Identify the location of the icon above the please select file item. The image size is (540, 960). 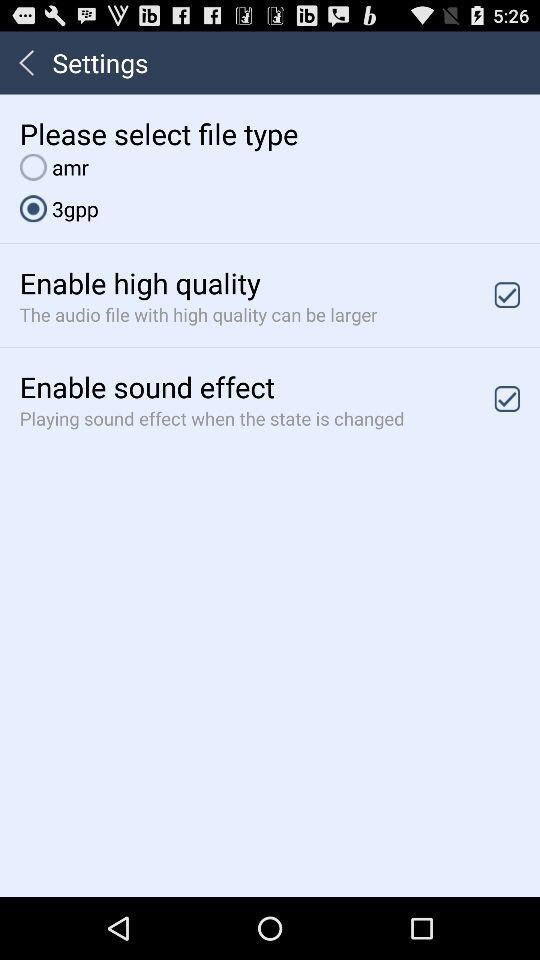
(25, 62).